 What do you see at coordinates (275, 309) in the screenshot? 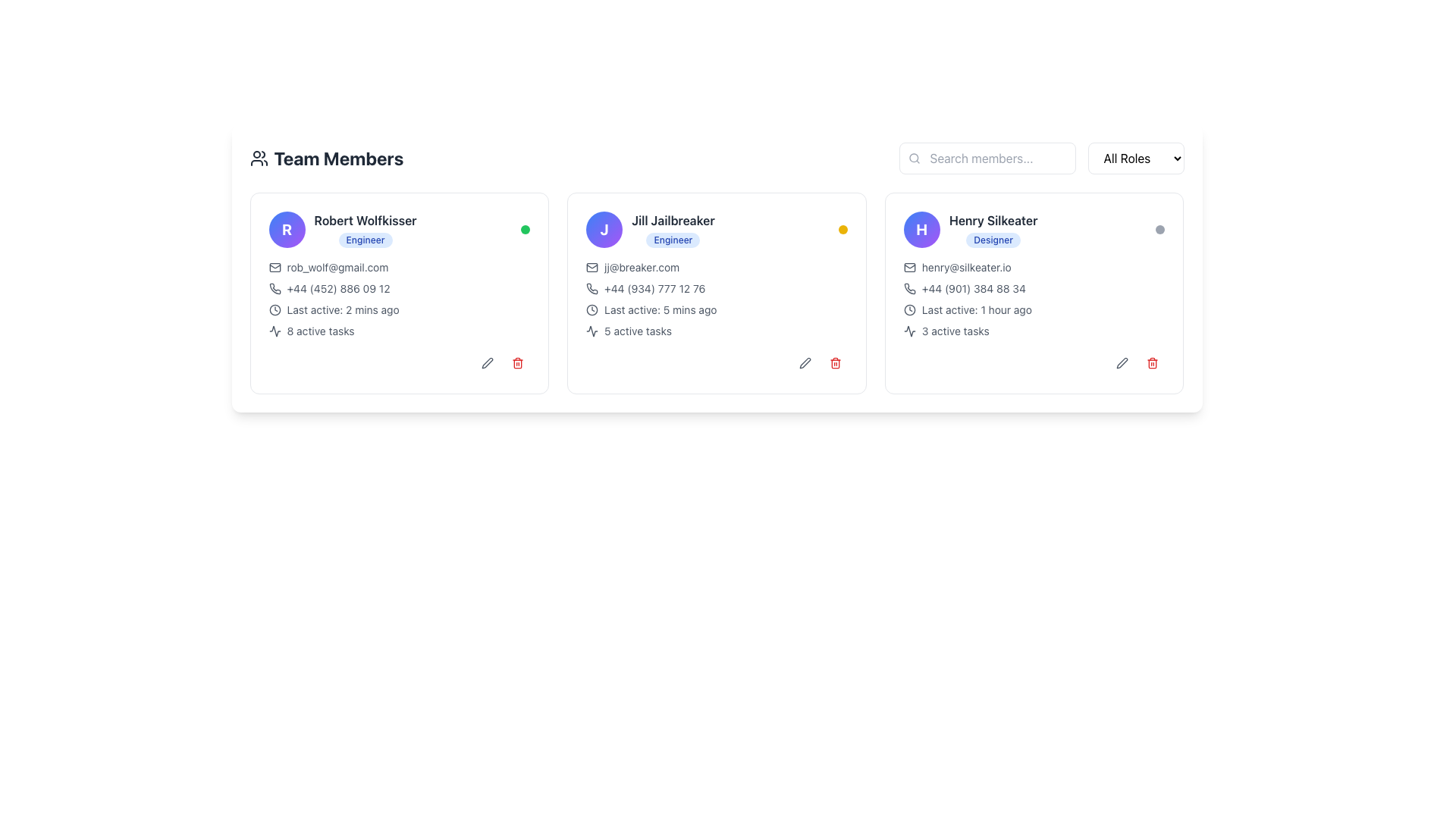
I see `the SVG circle element that is part of the clock icon next to the 'Last active' text in Robert Wolfkisser's profile card` at bounding box center [275, 309].